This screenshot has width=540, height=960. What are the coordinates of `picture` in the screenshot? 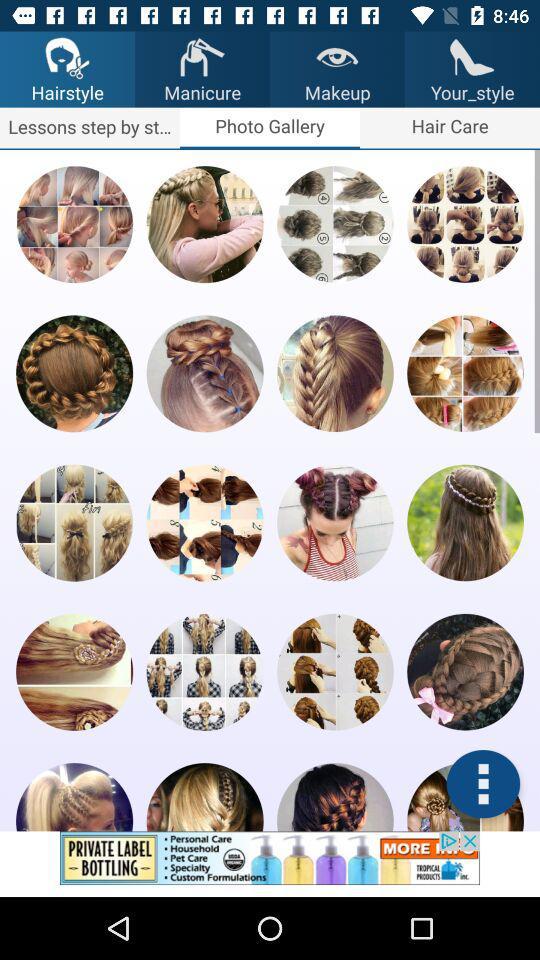 It's located at (204, 797).